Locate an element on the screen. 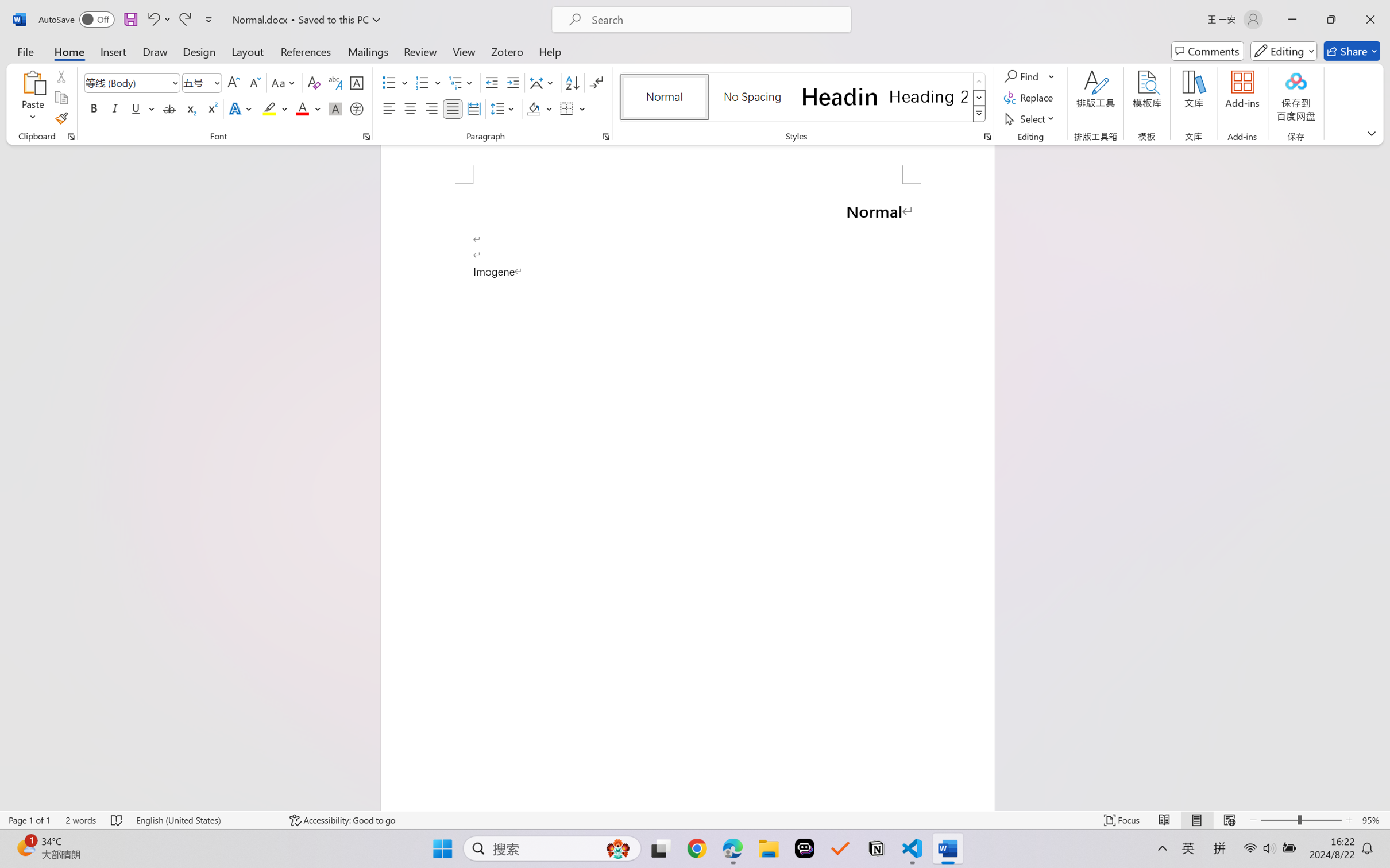 The width and height of the screenshot is (1390, 868). 'Superscript' is located at coordinates (211, 108).